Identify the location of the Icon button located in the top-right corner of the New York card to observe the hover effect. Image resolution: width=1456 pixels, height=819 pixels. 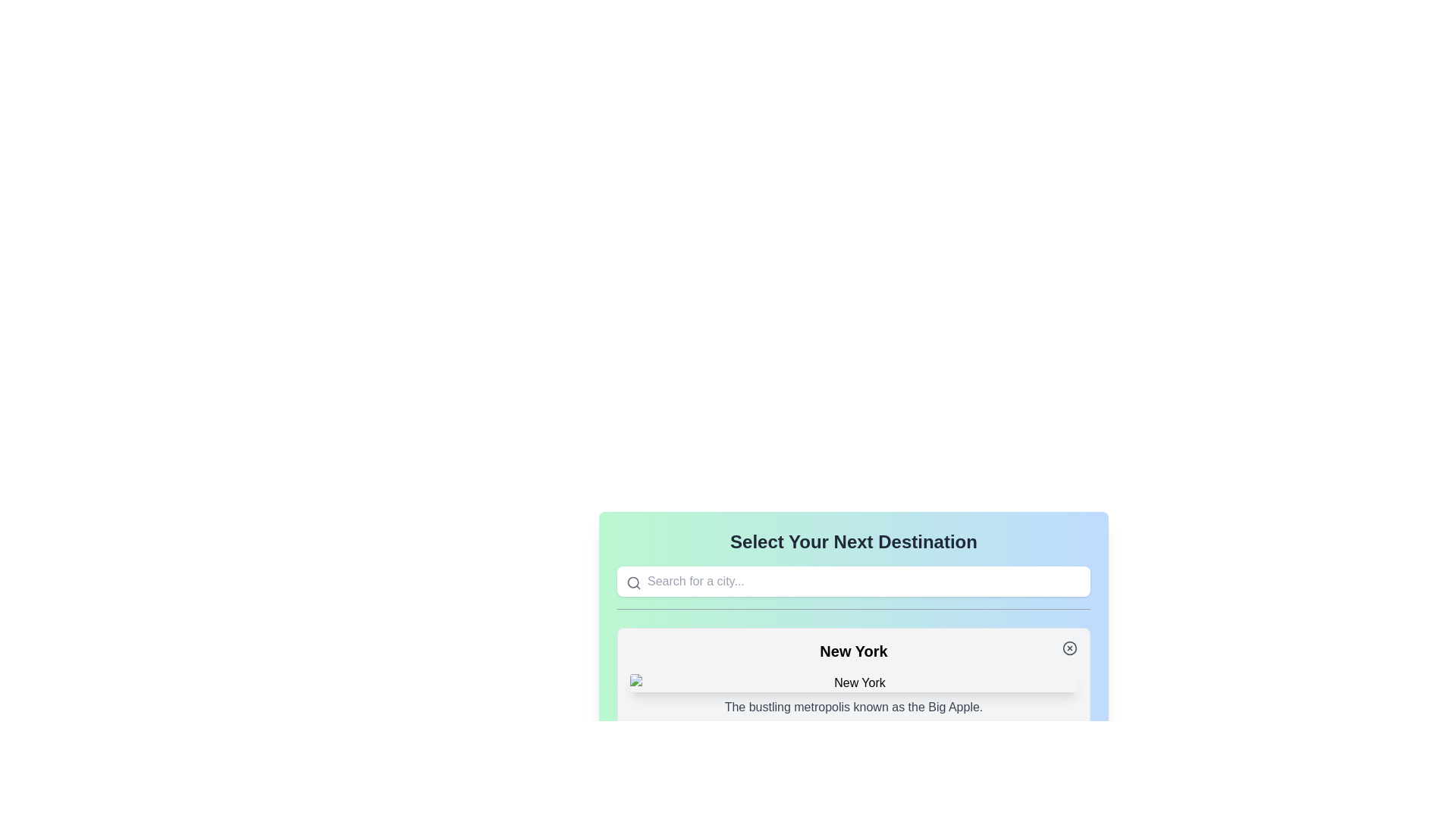
(1069, 648).